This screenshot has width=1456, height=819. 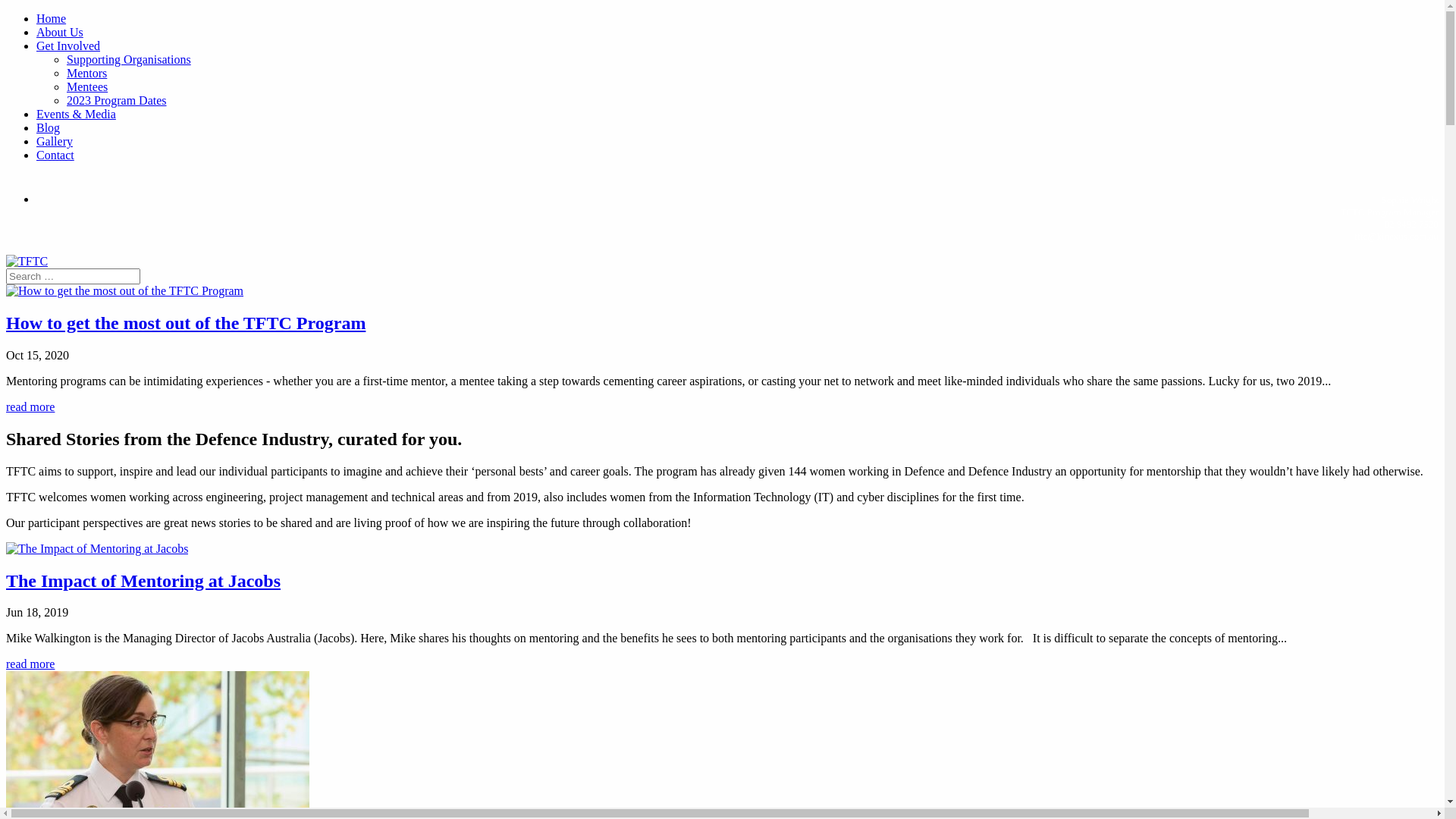 What do you see at coordinates (48, 127) in the screenshot?
I see `'Blog'` at bounding box center [48, 127].